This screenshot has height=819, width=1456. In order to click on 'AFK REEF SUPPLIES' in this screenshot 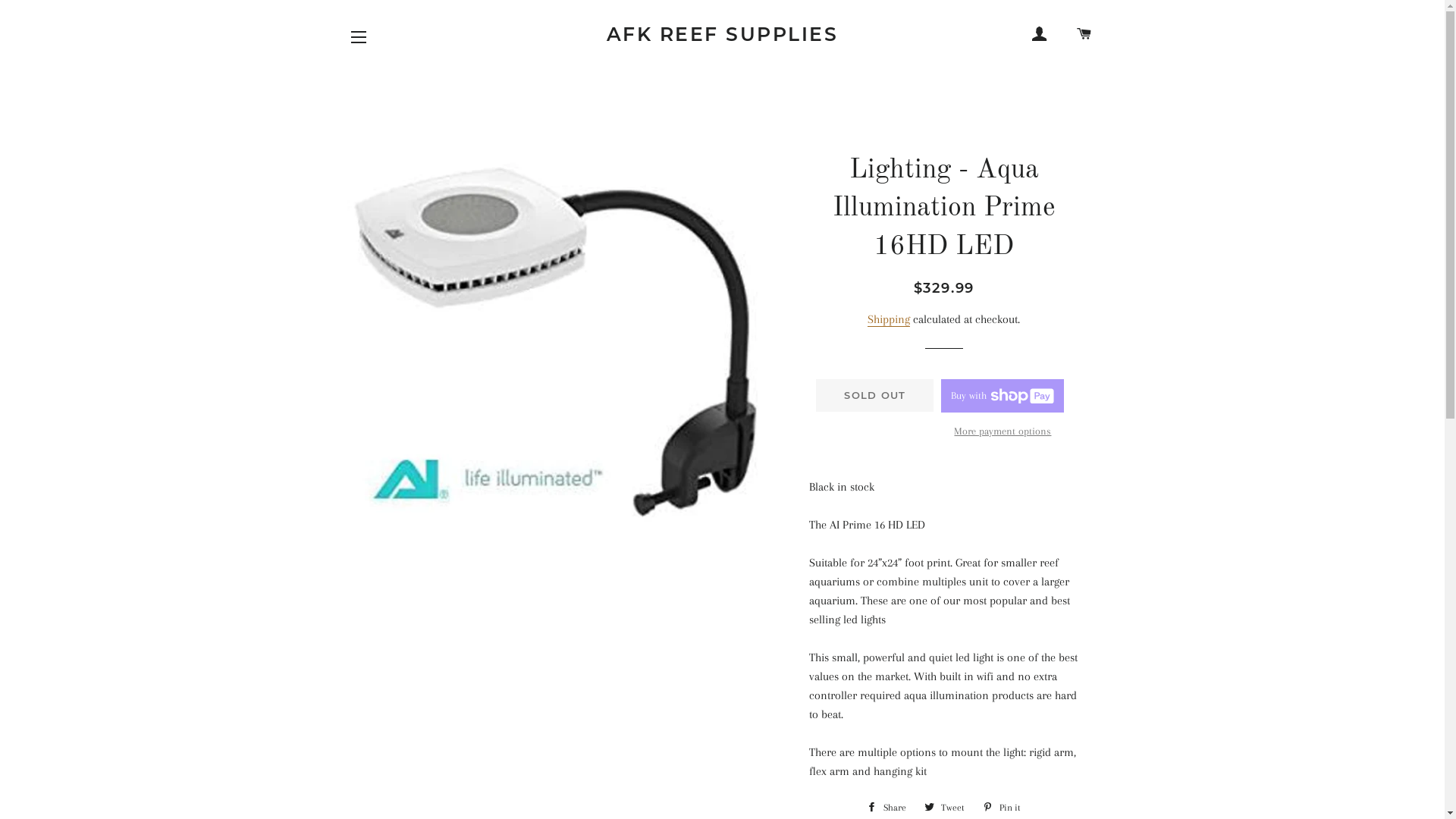, I will do `click(720, 34)`.